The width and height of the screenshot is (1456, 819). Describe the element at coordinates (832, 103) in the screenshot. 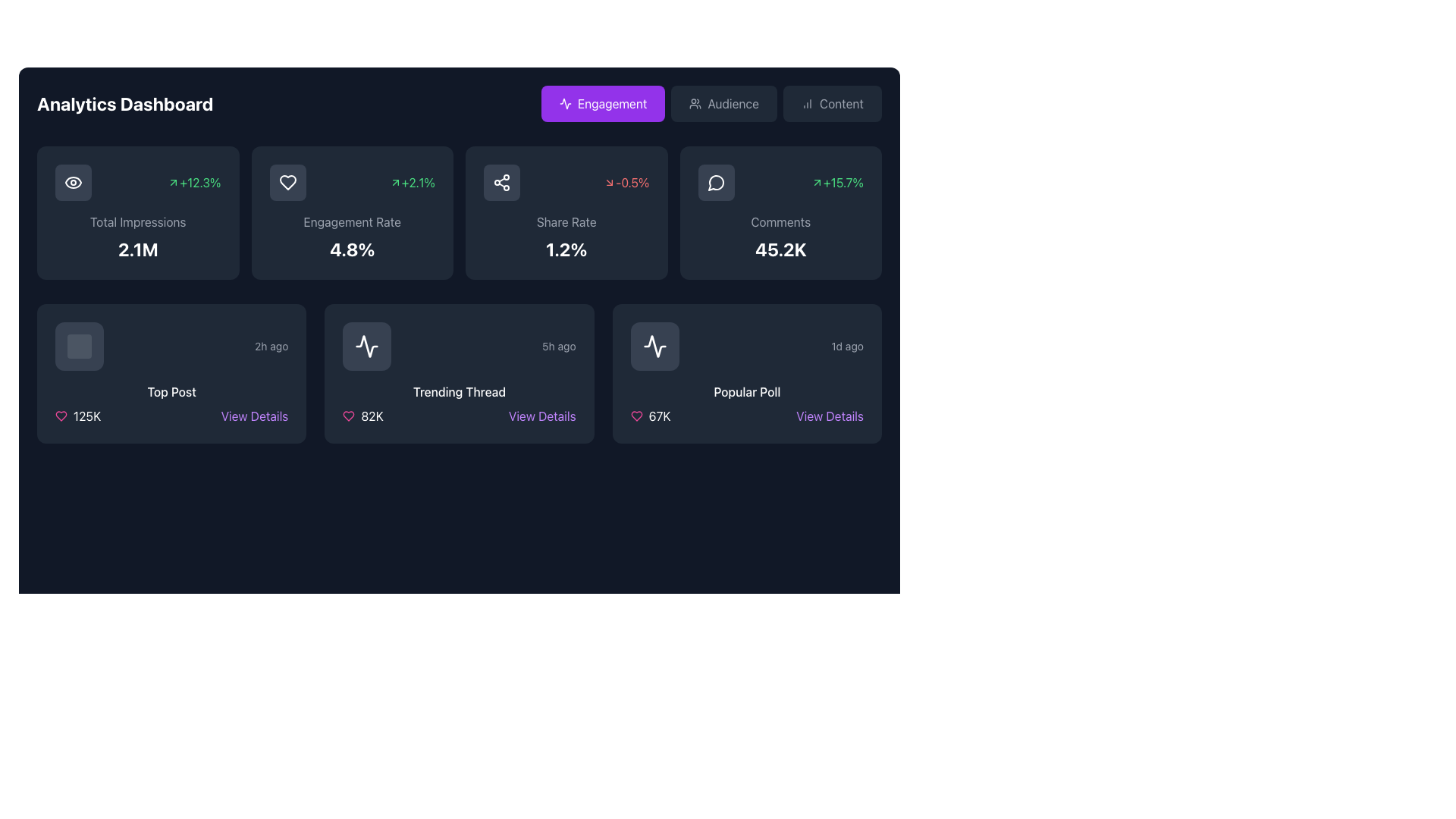

I see `the 'Content' button located at the top-right corner of the interface` at that location.